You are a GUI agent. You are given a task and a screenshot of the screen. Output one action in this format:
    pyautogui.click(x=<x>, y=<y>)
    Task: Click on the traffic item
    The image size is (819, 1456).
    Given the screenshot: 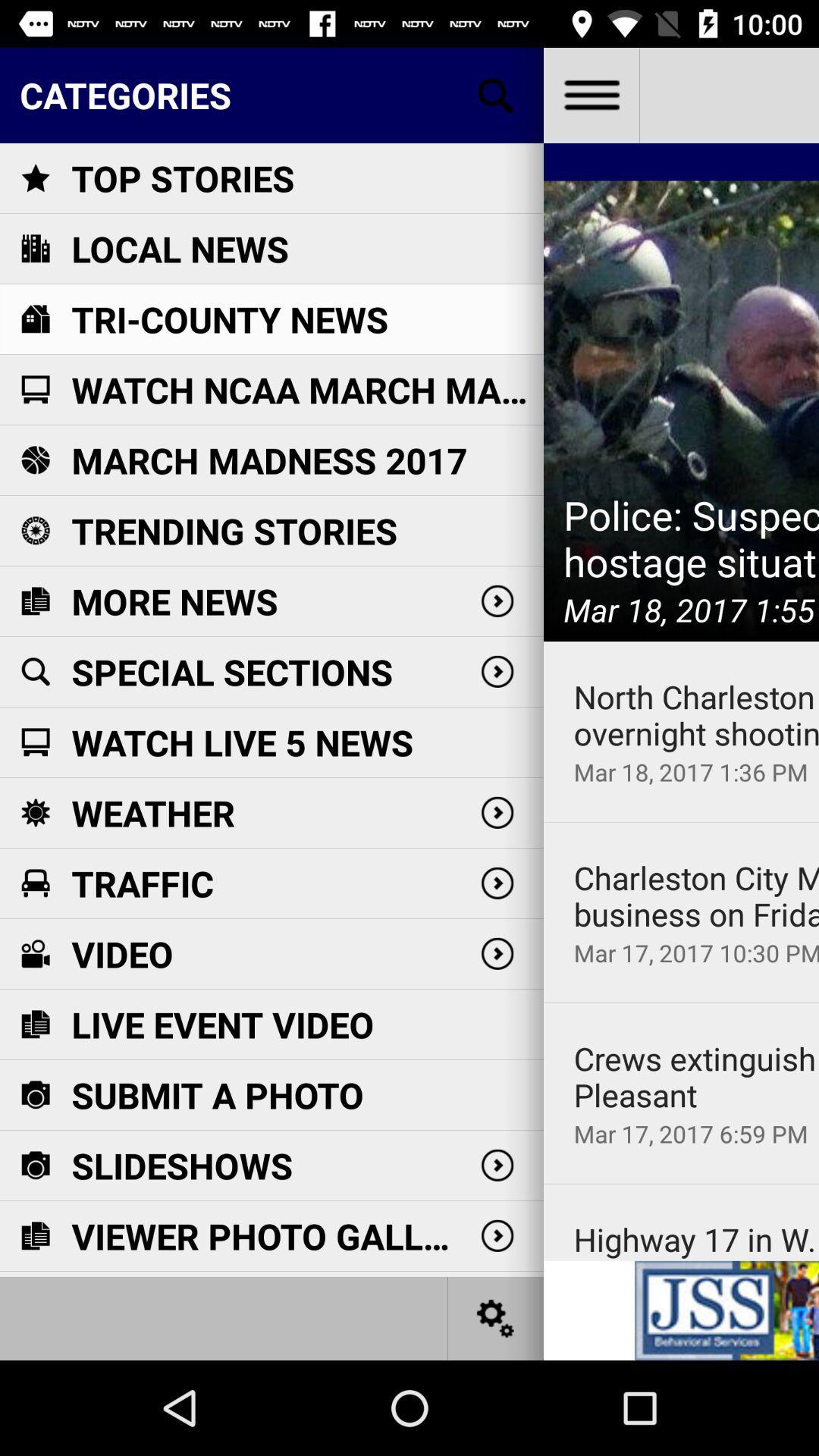 What is the action you would take?
    pyautogui.click(x=143, y=883)
    